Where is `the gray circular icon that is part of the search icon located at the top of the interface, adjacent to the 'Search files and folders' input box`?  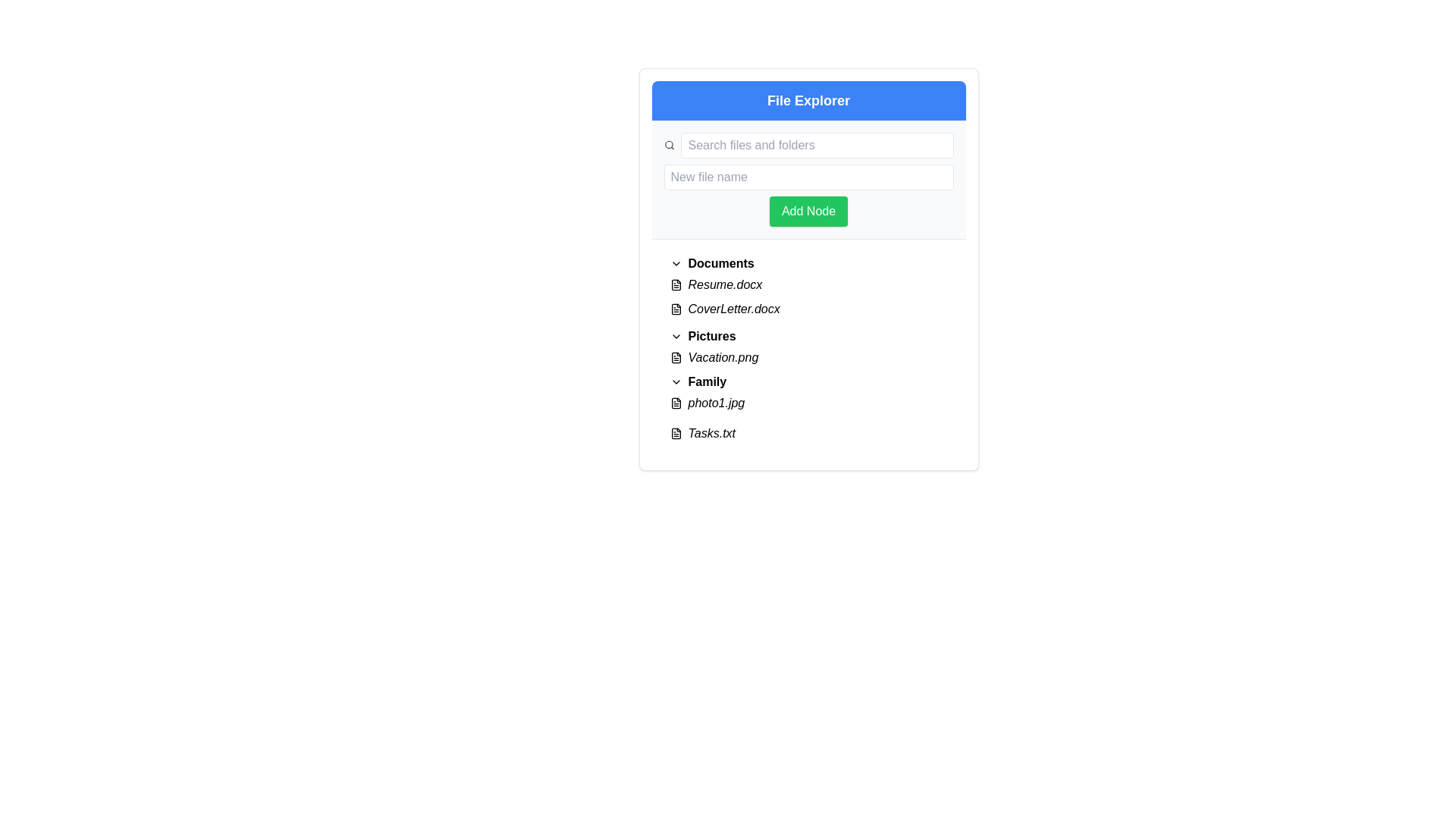 the gray circular icon that is part of the search icon located at the top of the interface, adjacent to the 'Search files and folders' input box is located at coordinates (668, 145).